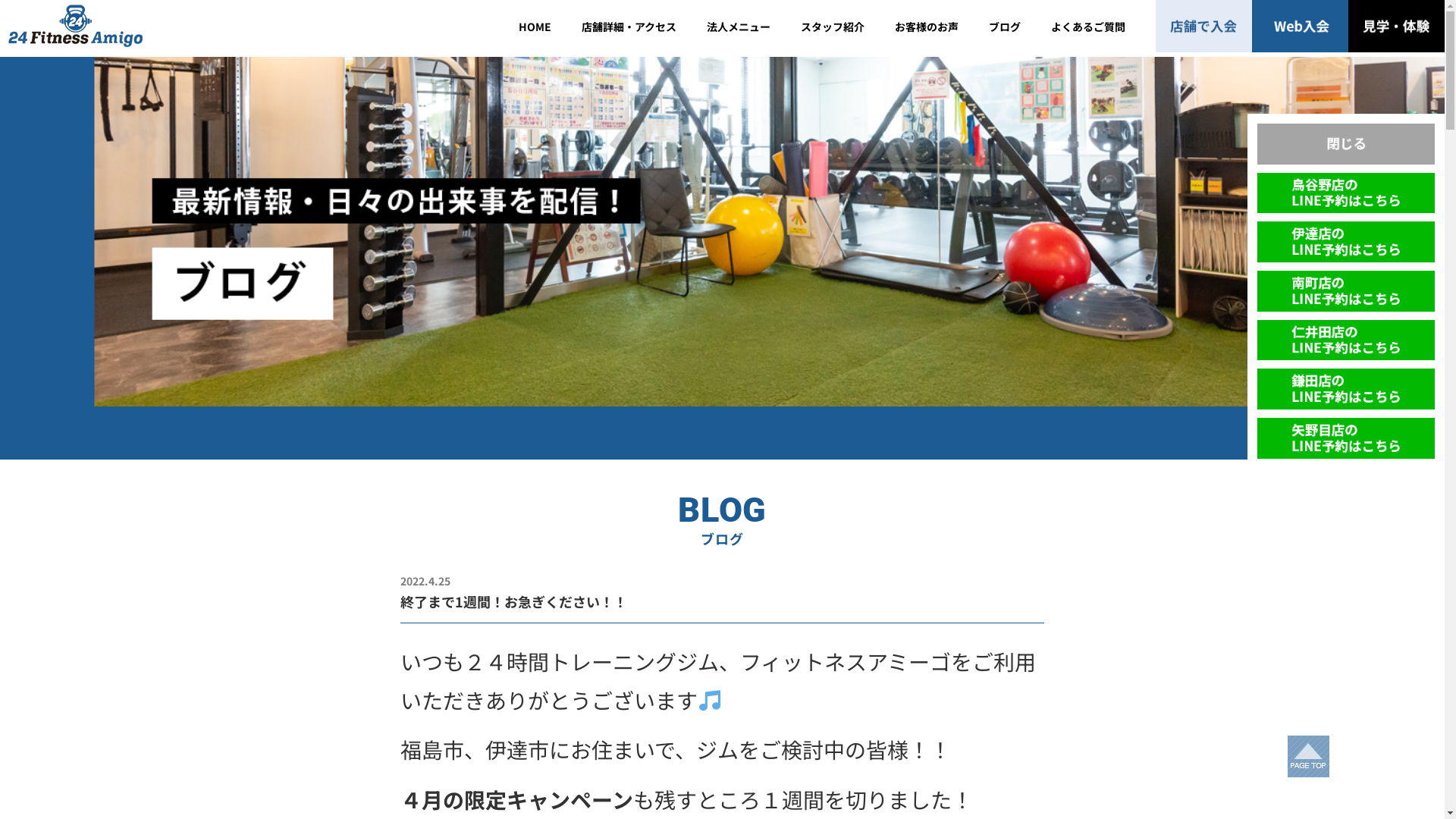  Describe the element at coordinates (503, 26) in the screenshot. I see `'HOME'` at that location.